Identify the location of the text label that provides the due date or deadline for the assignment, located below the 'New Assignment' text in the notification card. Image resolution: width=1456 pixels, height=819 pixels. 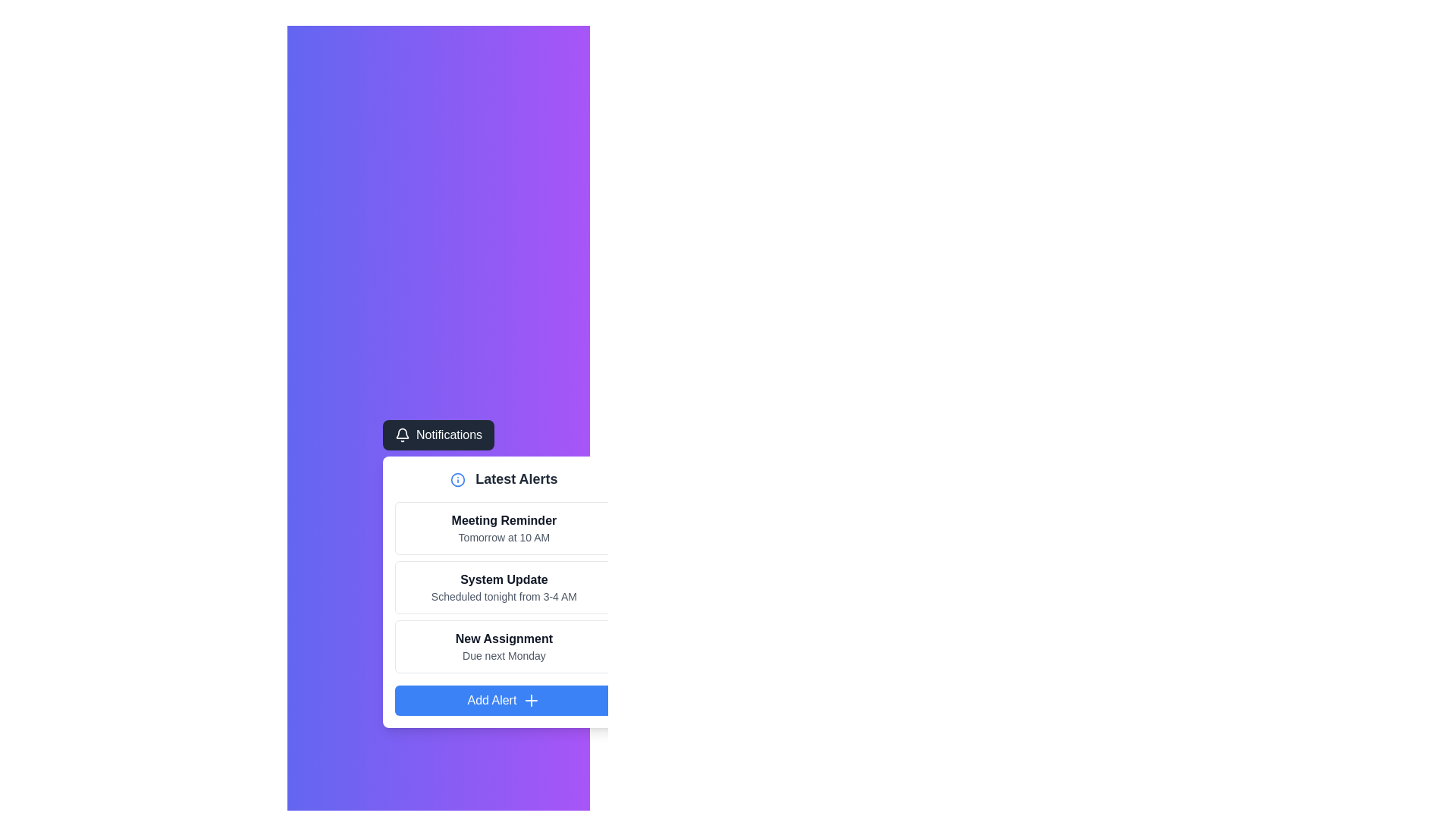
(504, 654).